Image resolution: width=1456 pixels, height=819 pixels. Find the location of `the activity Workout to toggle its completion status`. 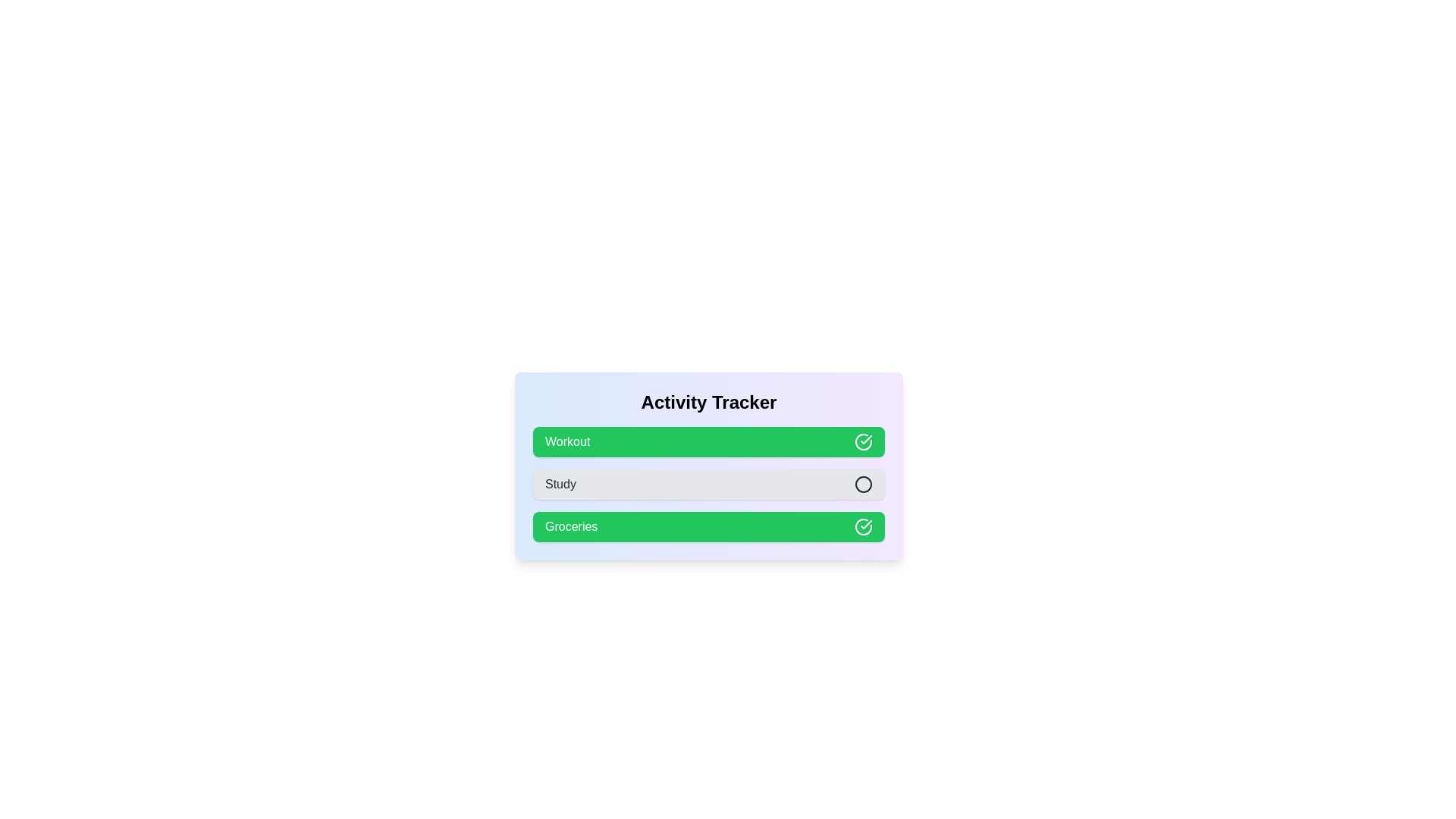

the activity Workout to toggle its completion status is located at coordinates (708, 441).